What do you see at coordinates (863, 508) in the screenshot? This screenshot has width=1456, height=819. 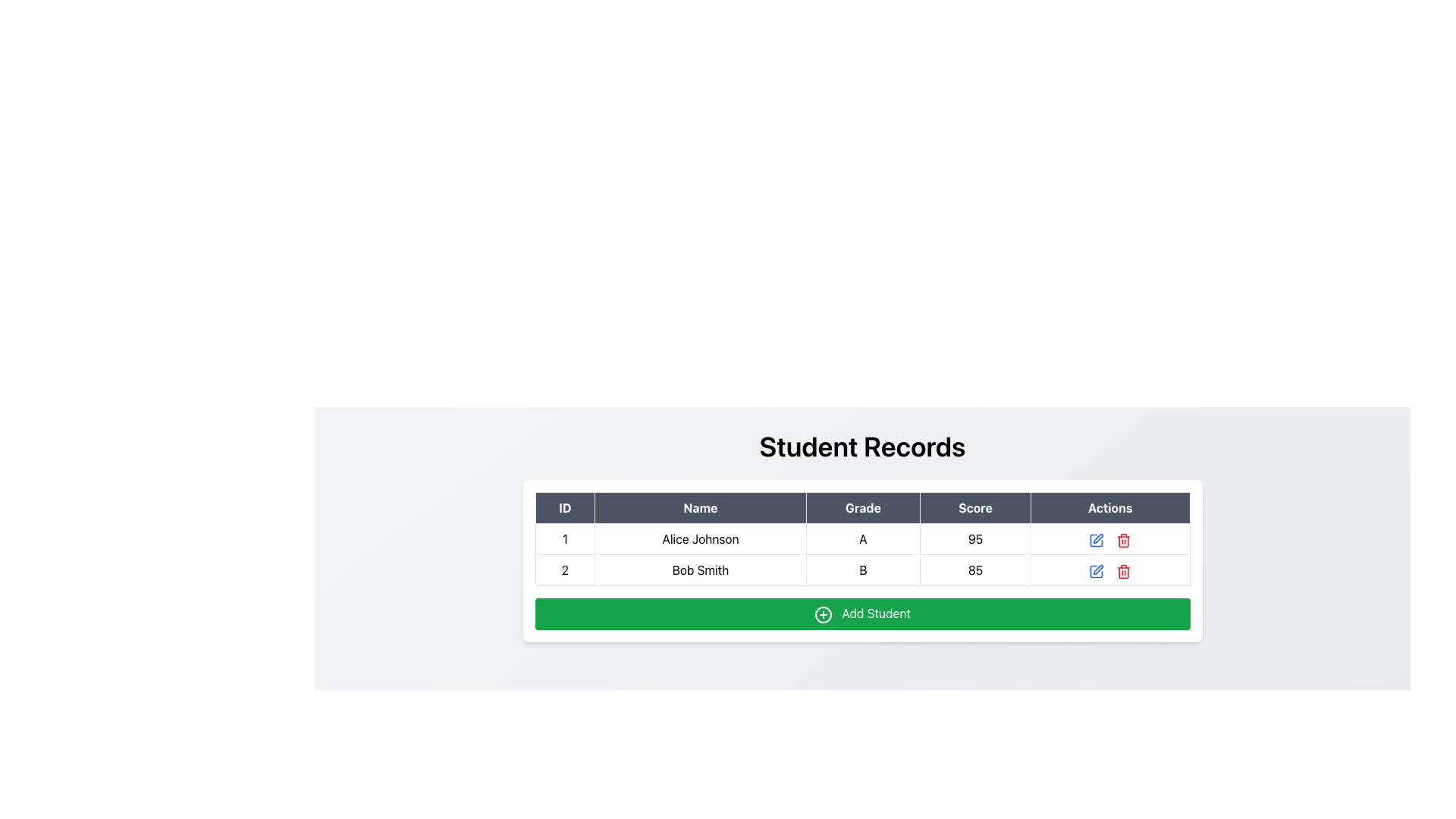 I see `the 'Grade' column header cell, which is the third header cell in the table that includes 'ID', 'Name', 'Grade', 'Score', and 'Actions'` at bounding box center [863, 508].